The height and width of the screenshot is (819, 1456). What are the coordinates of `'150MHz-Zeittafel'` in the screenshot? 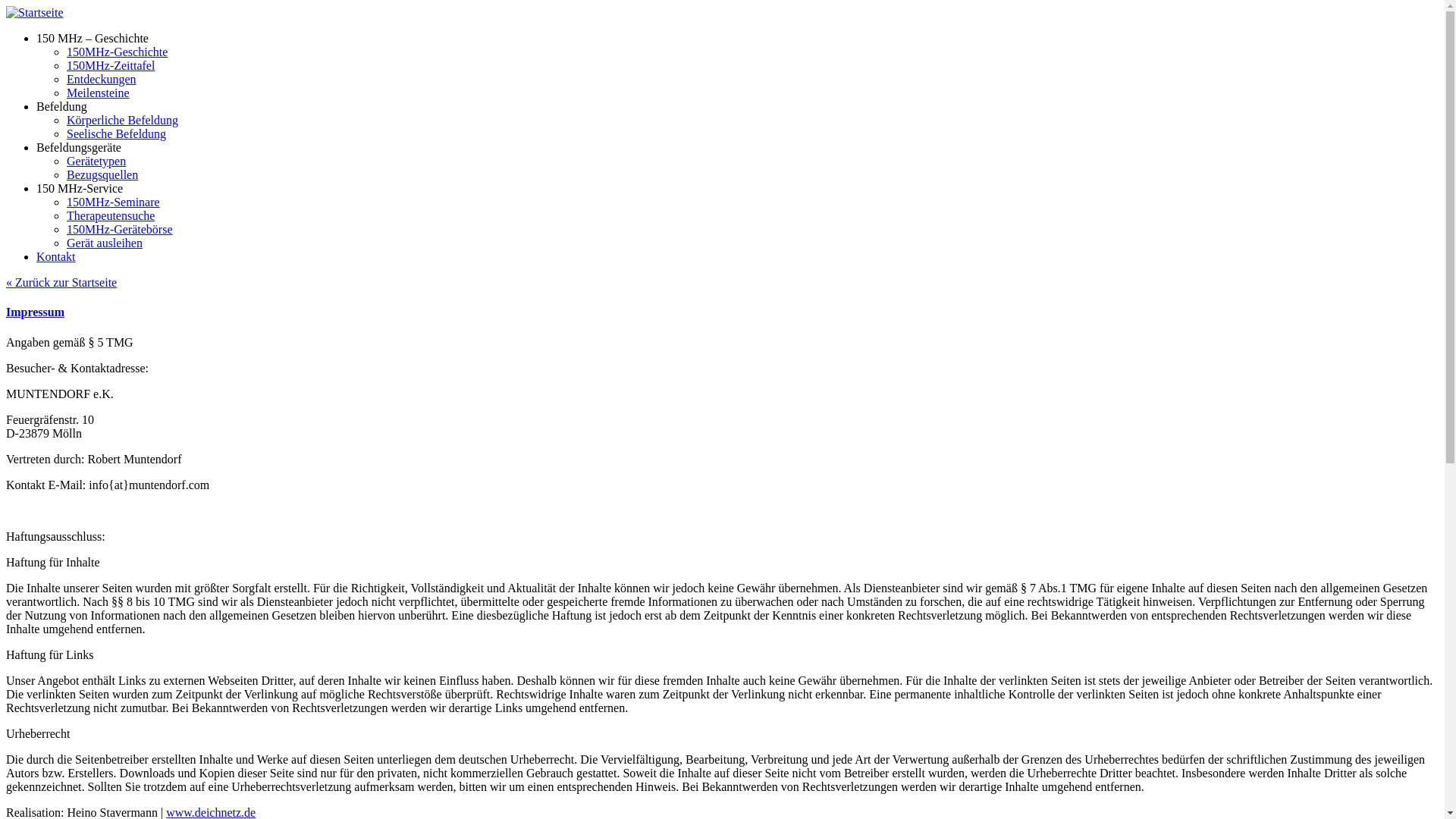 It's located at (109, 64).